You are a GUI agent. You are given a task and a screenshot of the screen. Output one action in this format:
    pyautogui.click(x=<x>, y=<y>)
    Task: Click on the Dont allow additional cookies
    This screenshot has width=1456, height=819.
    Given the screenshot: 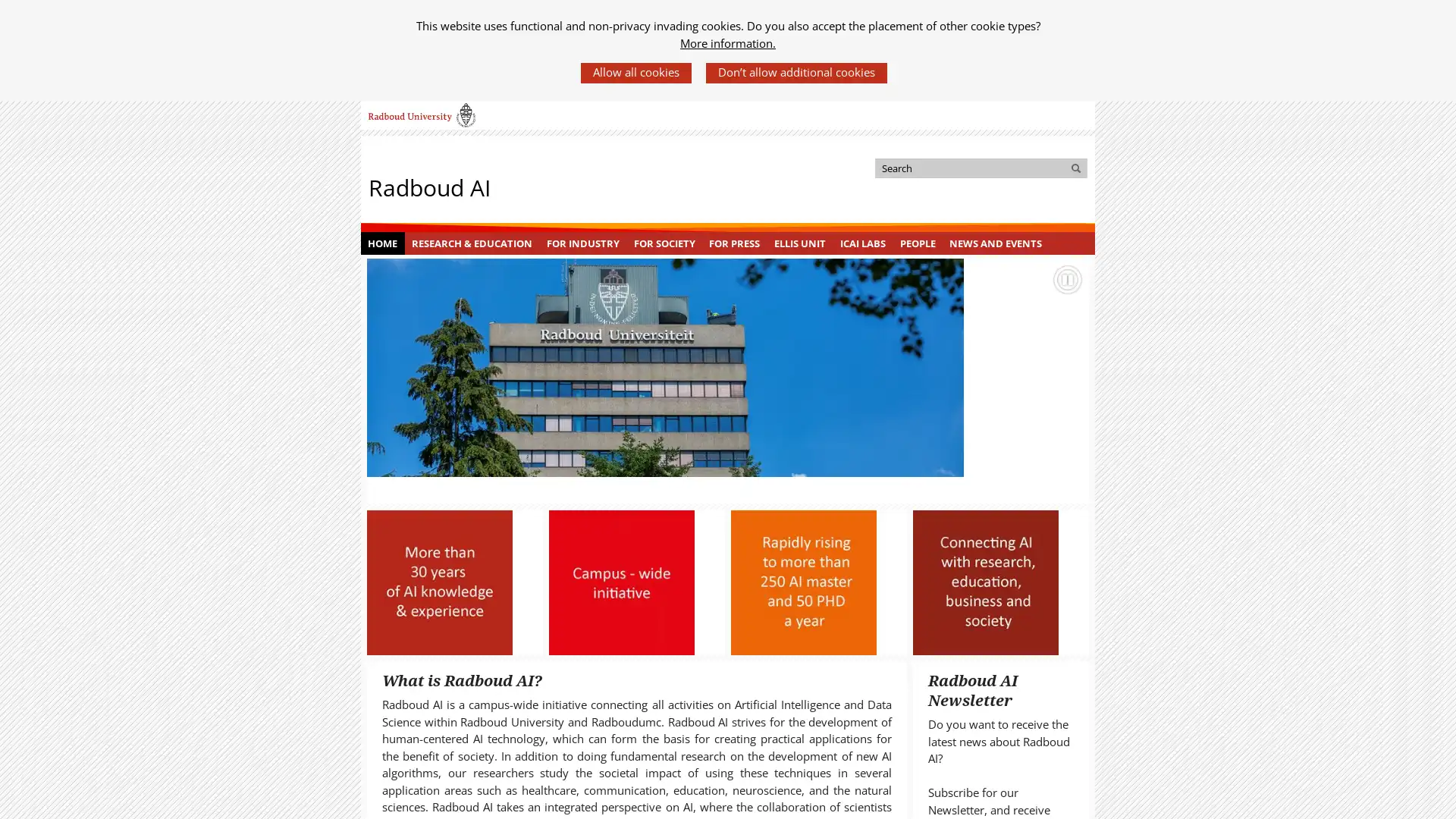 What is the action you would take?
    pyautogui.click(x=795, y=73)
    